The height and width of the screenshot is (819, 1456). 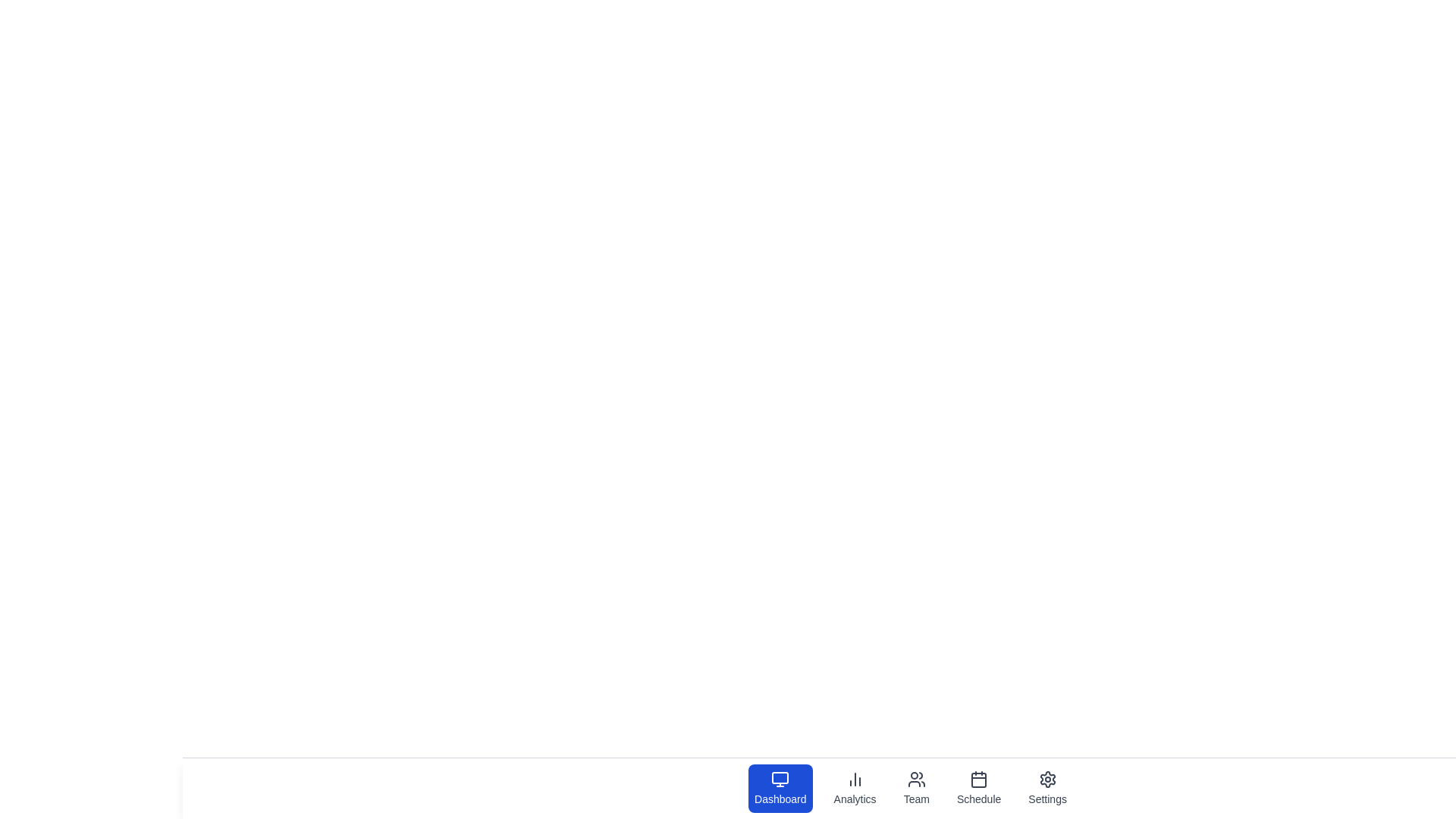 What do you see at coordinates (979, 788) in the screenshot?
I see `the tab icon corresponding to Schedule` at bounding box center [979, 788].